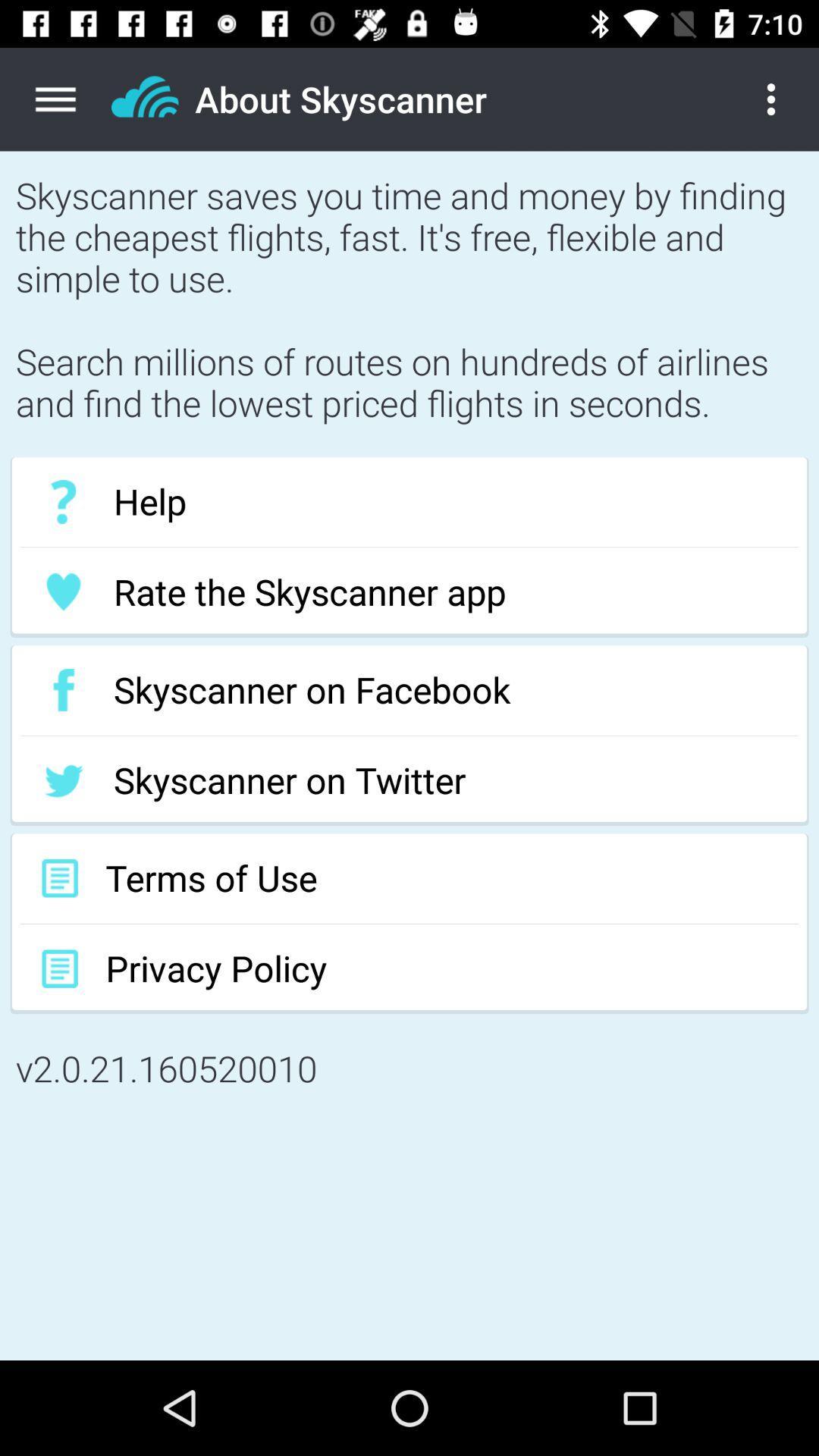 The width and height of the screenshot is (819, 1456). Describe the element at coordinates (409, 968) in the screenshot. I see `the item above the v2 0 21 item` at that location.